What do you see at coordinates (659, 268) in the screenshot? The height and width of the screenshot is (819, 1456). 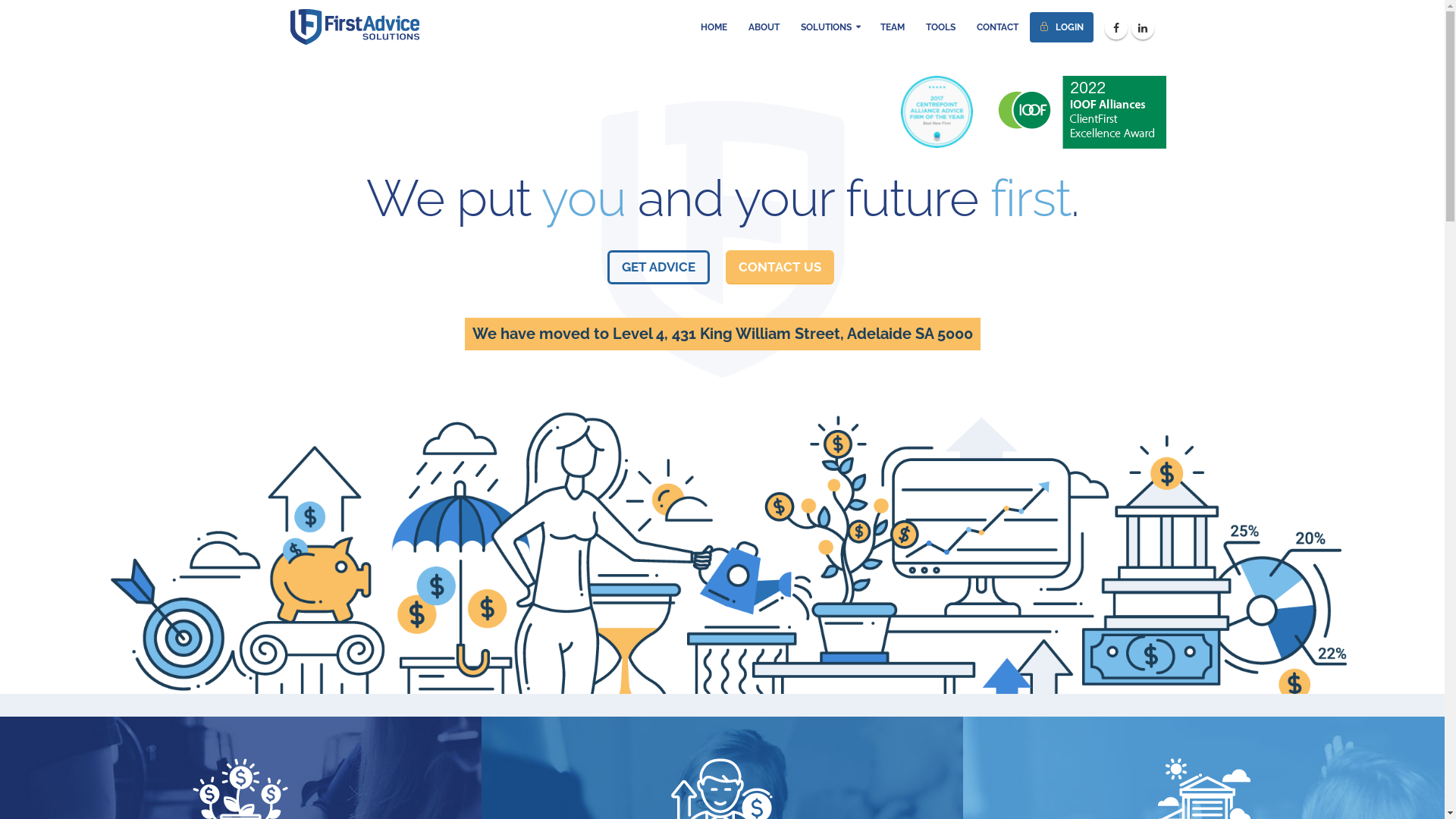 I see `'GET ADVICE'` at bounding box center [659, 268].